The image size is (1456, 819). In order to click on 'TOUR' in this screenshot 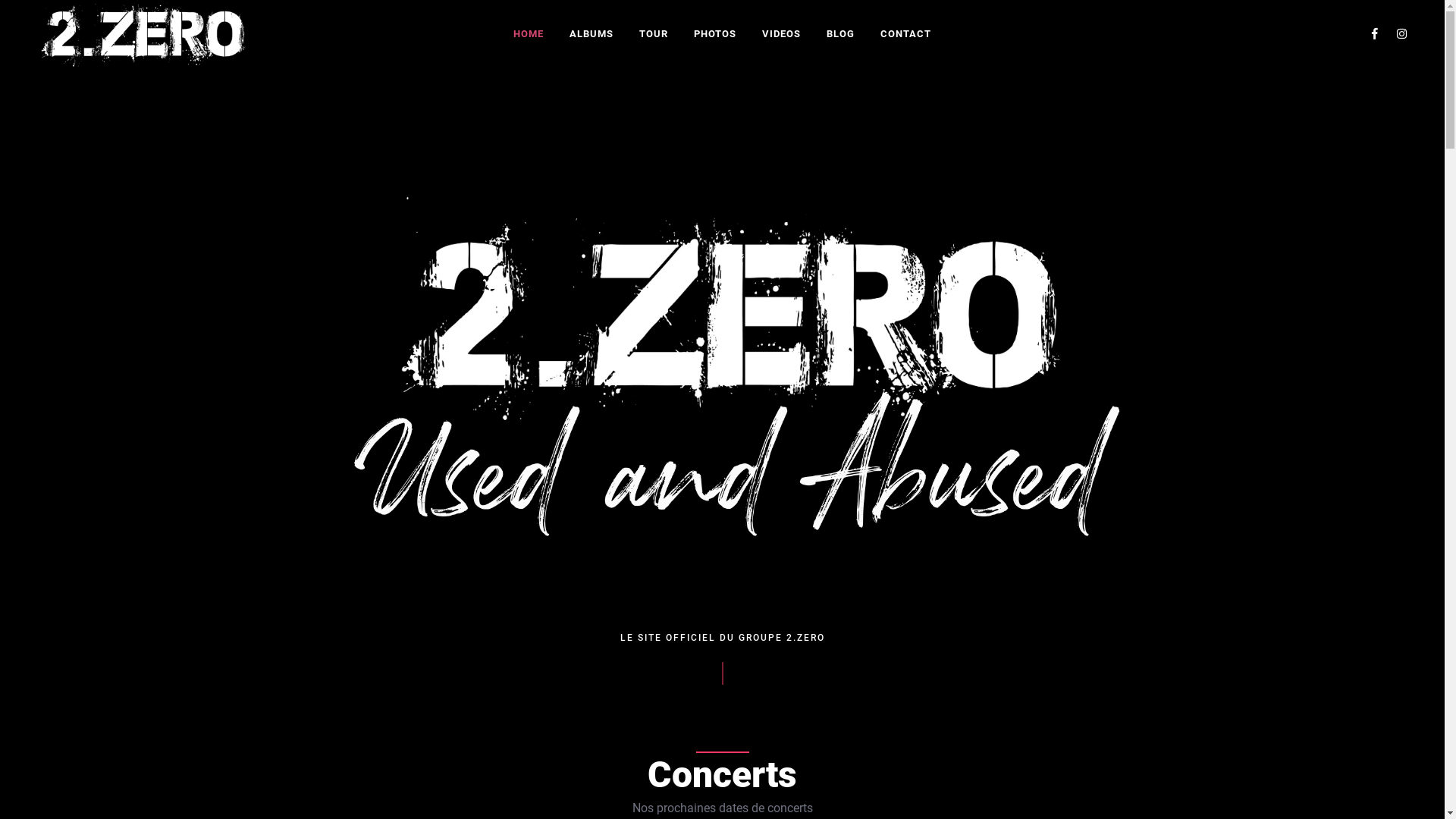, I will do `click(654, 33)`.